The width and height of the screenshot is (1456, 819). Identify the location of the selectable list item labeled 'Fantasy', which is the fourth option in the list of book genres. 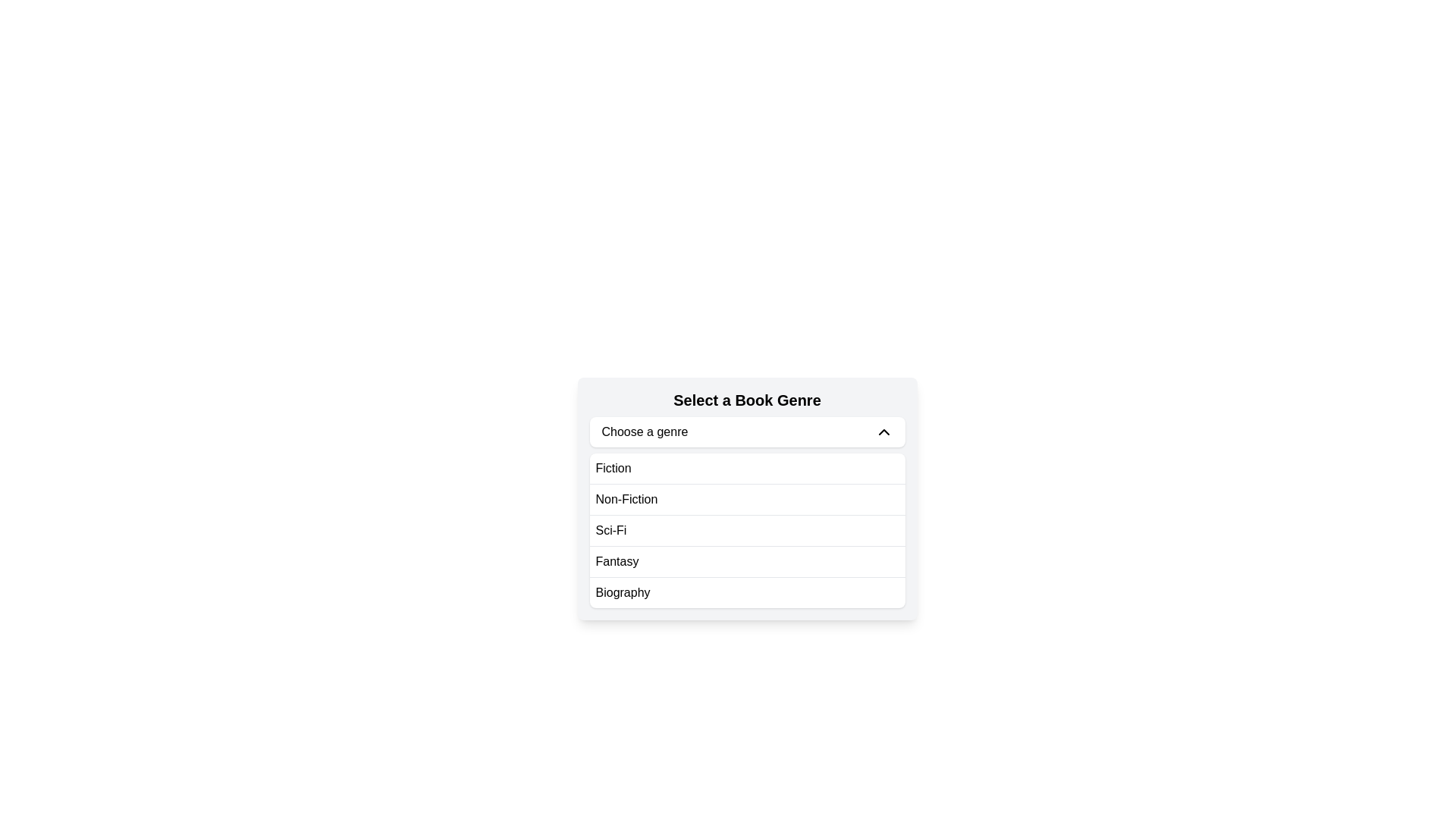
(747, 561).